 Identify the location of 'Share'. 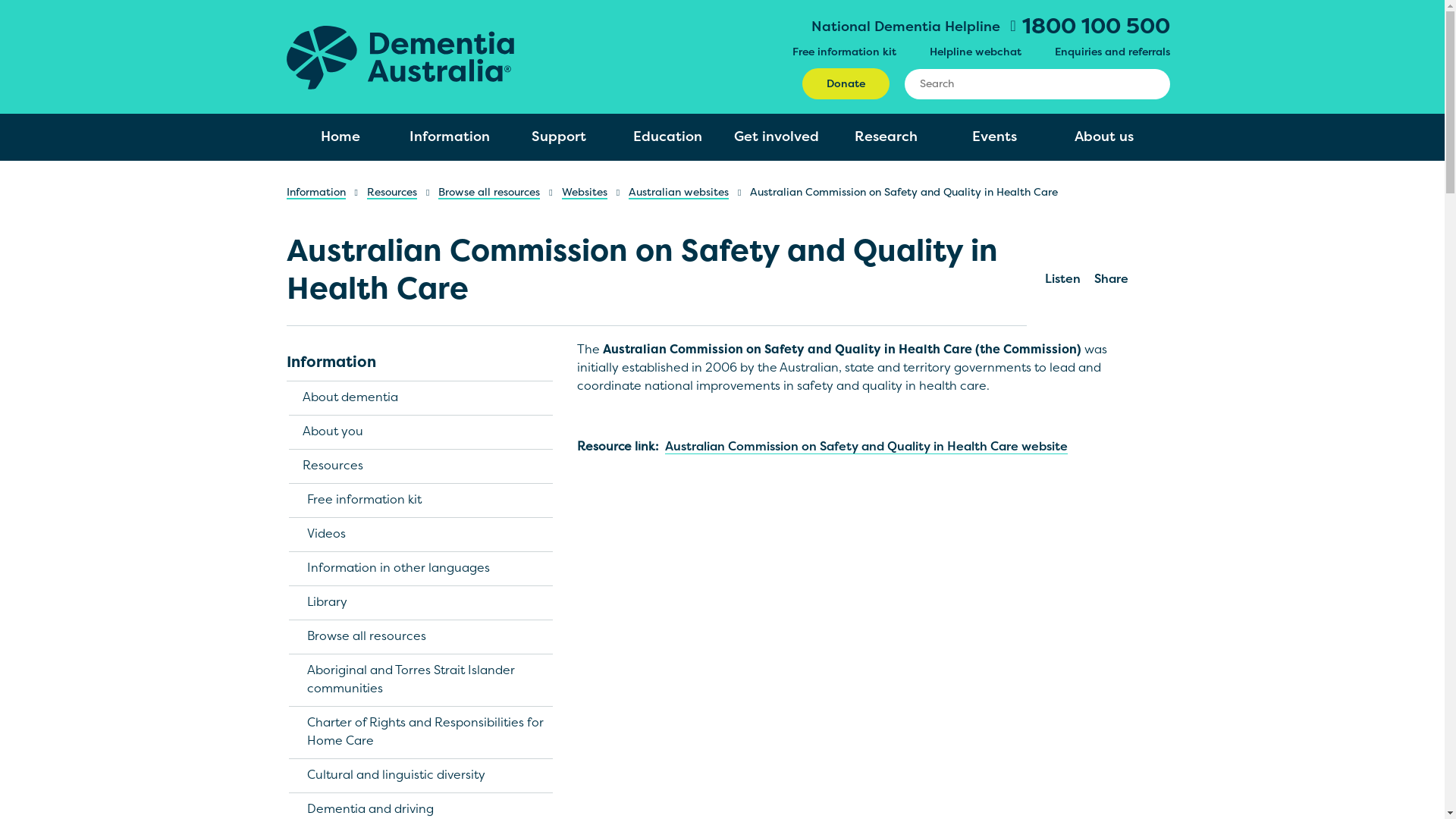
(1087, 251).